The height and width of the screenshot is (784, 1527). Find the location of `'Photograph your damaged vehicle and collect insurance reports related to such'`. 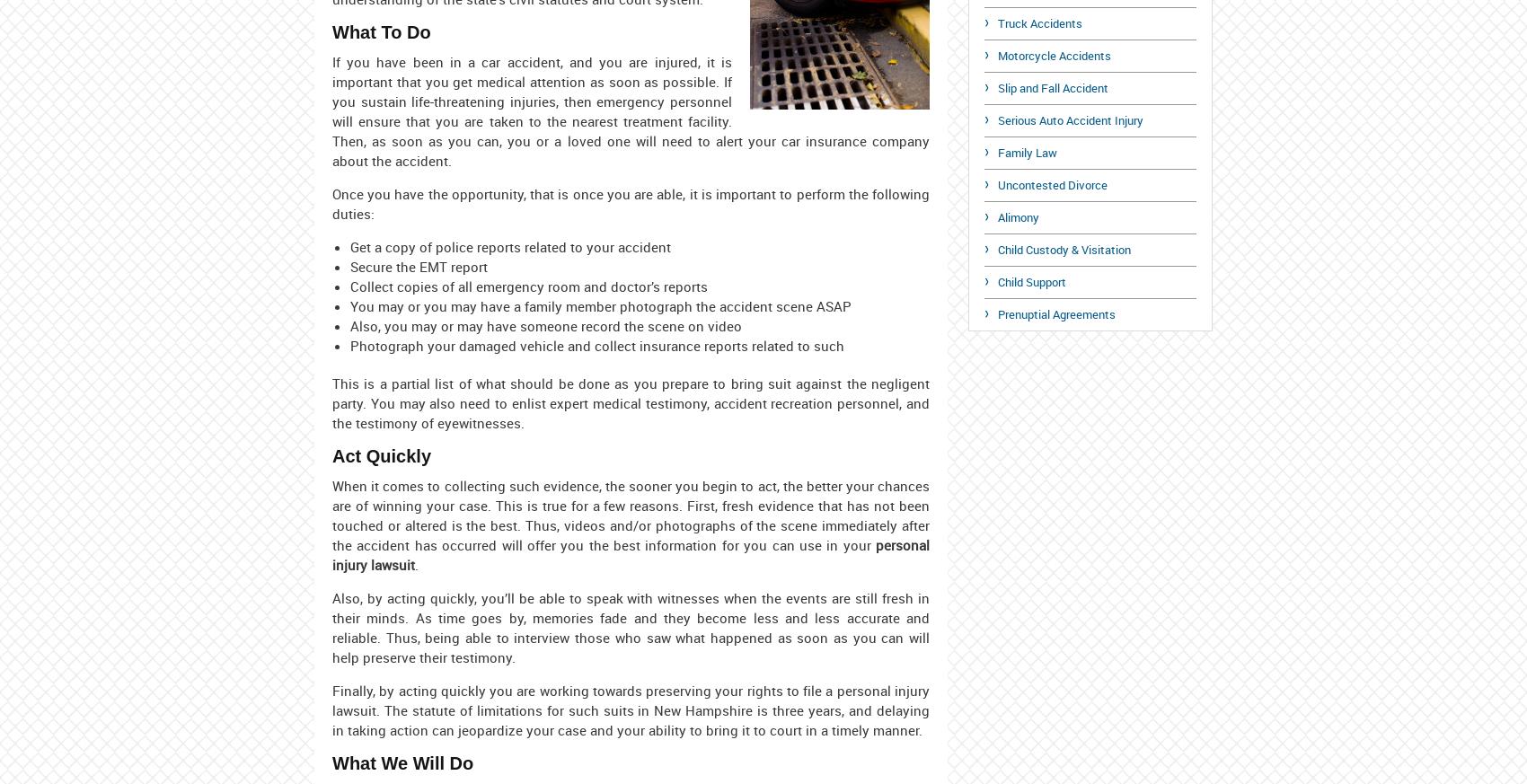

'Photograph your damaged vehicle and collect insurance reports related to such' is located at coordinates (597, 344).